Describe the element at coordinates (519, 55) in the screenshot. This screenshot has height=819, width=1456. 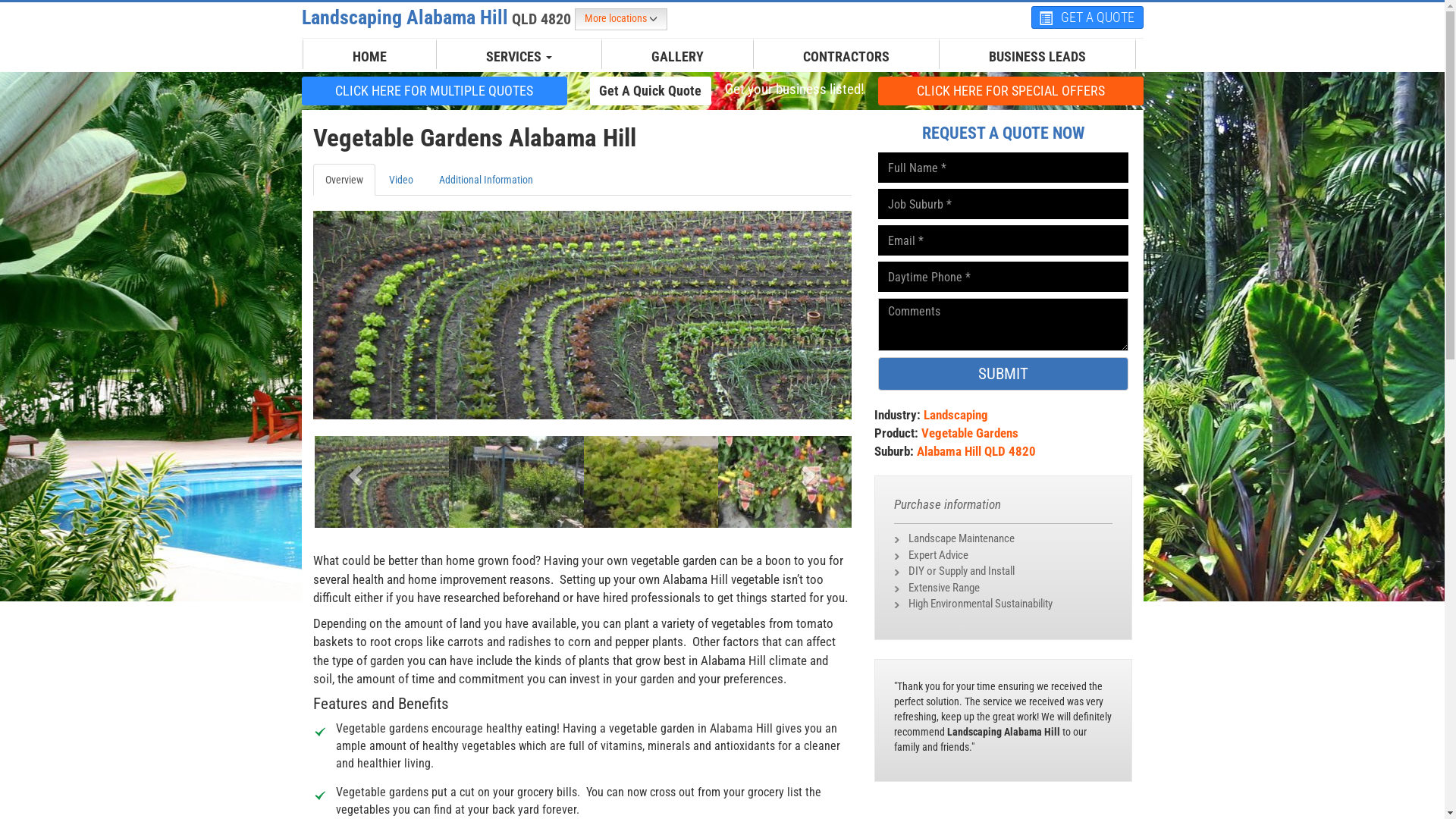
I see `'SERVICES'` at that location.